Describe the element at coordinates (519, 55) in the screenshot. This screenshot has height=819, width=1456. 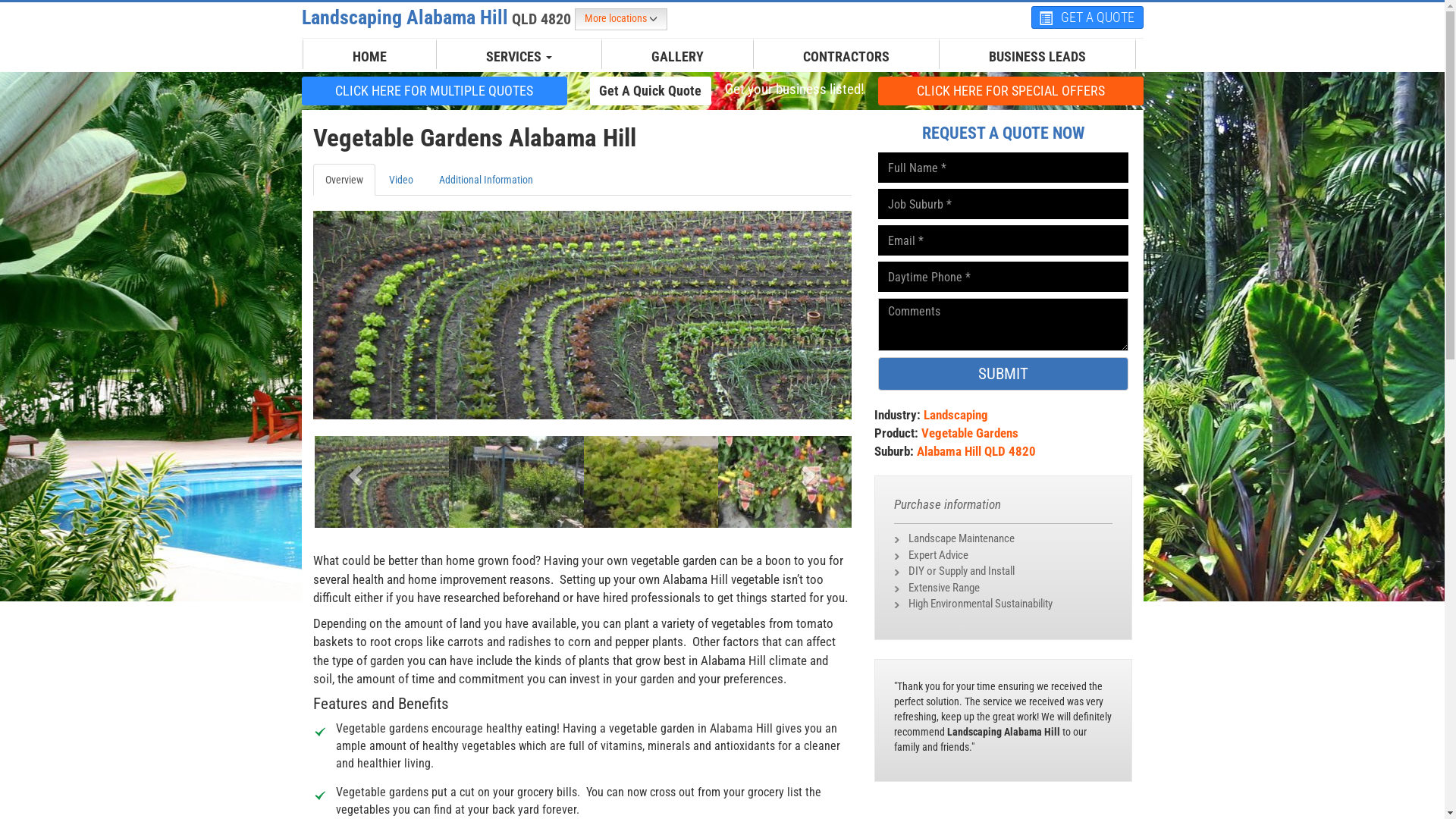
I see `'SERVICES'` at that location.